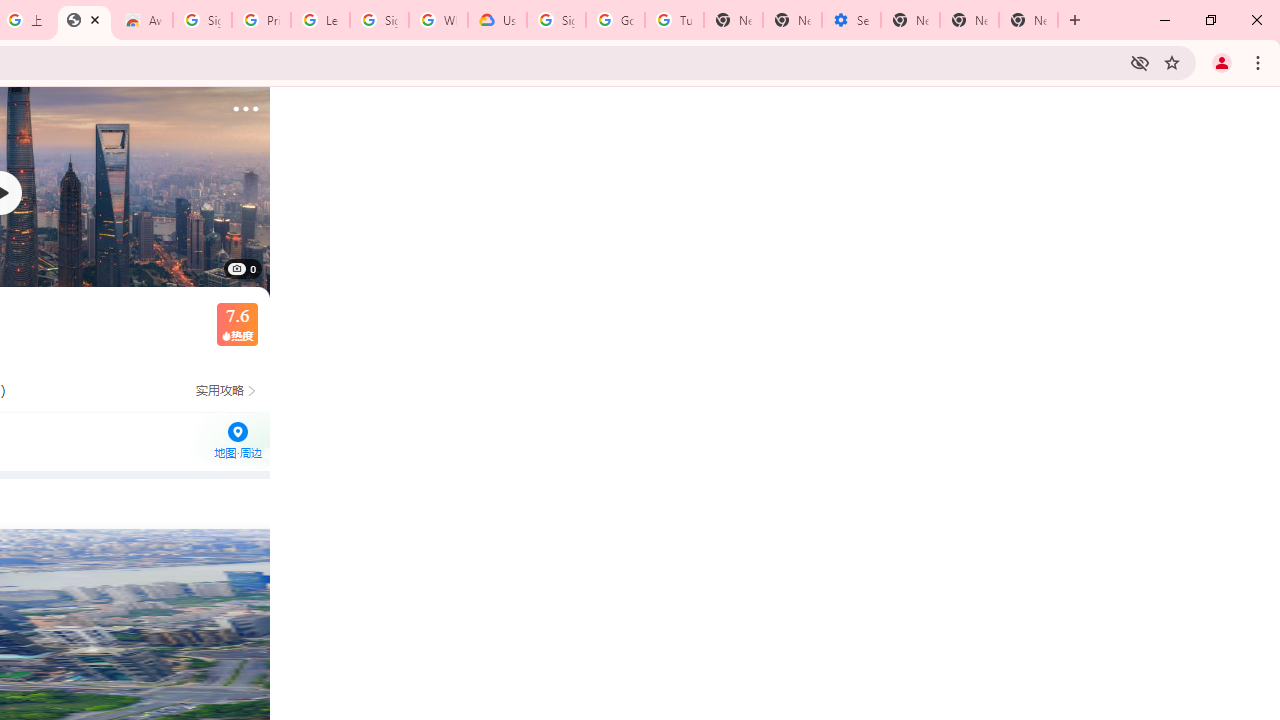  I want to click on 'Settings - Addresses and more', so click(851, 20).